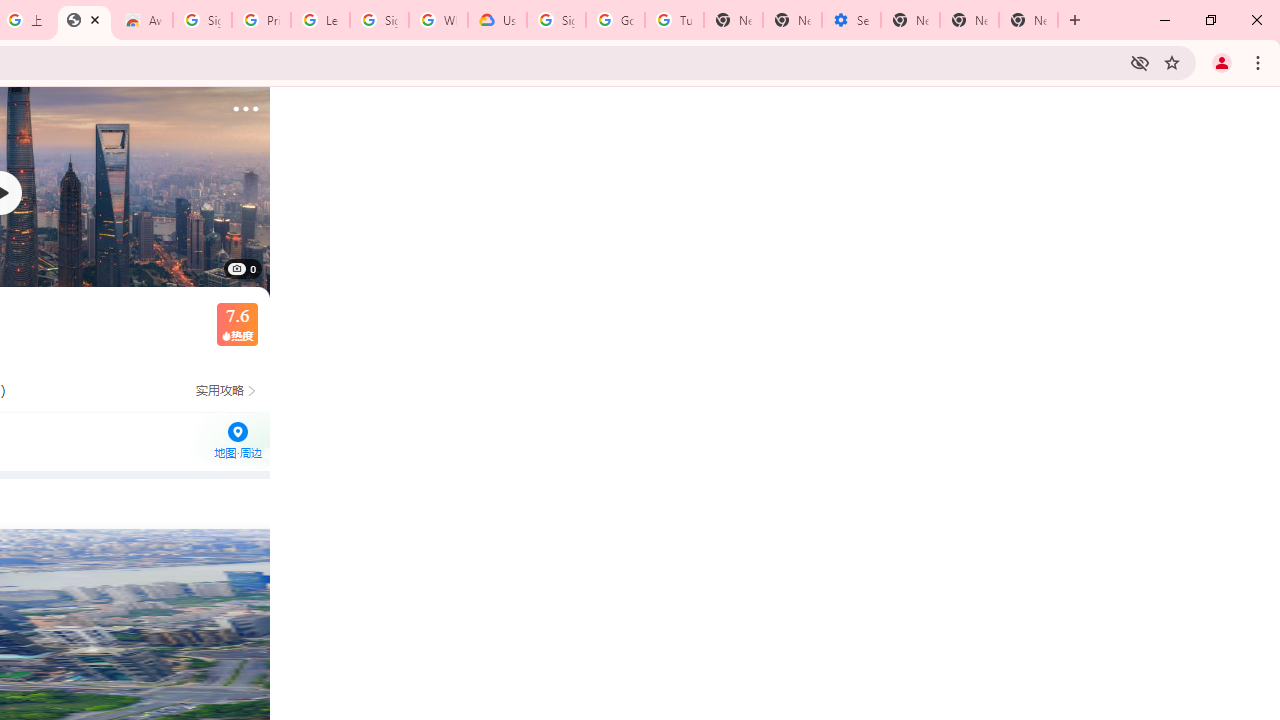  I want to click on 'Settings - Addresses and more', so click(851, 20).